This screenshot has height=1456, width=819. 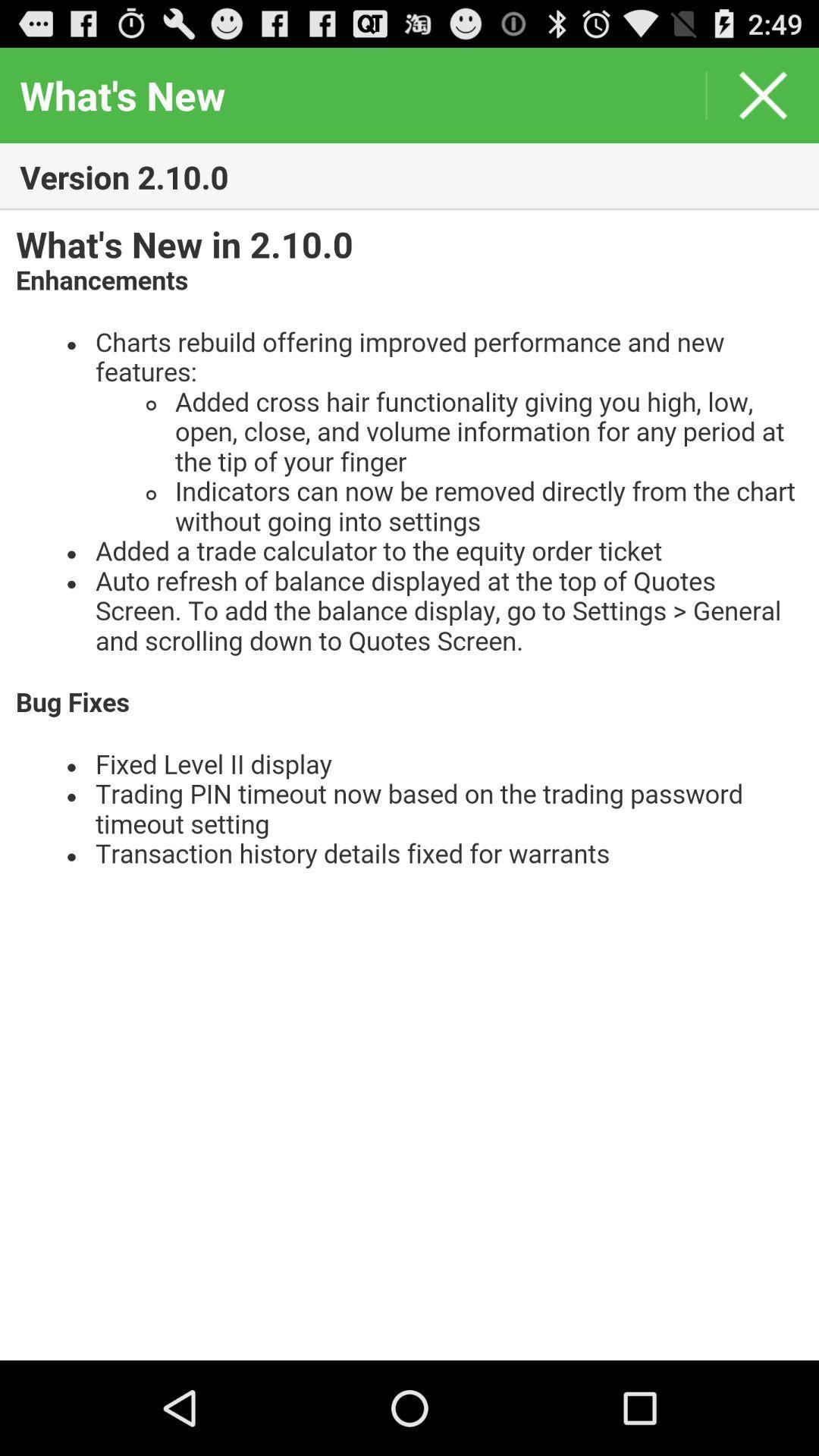 I want to click on coles button, so click(x=763, y=94).